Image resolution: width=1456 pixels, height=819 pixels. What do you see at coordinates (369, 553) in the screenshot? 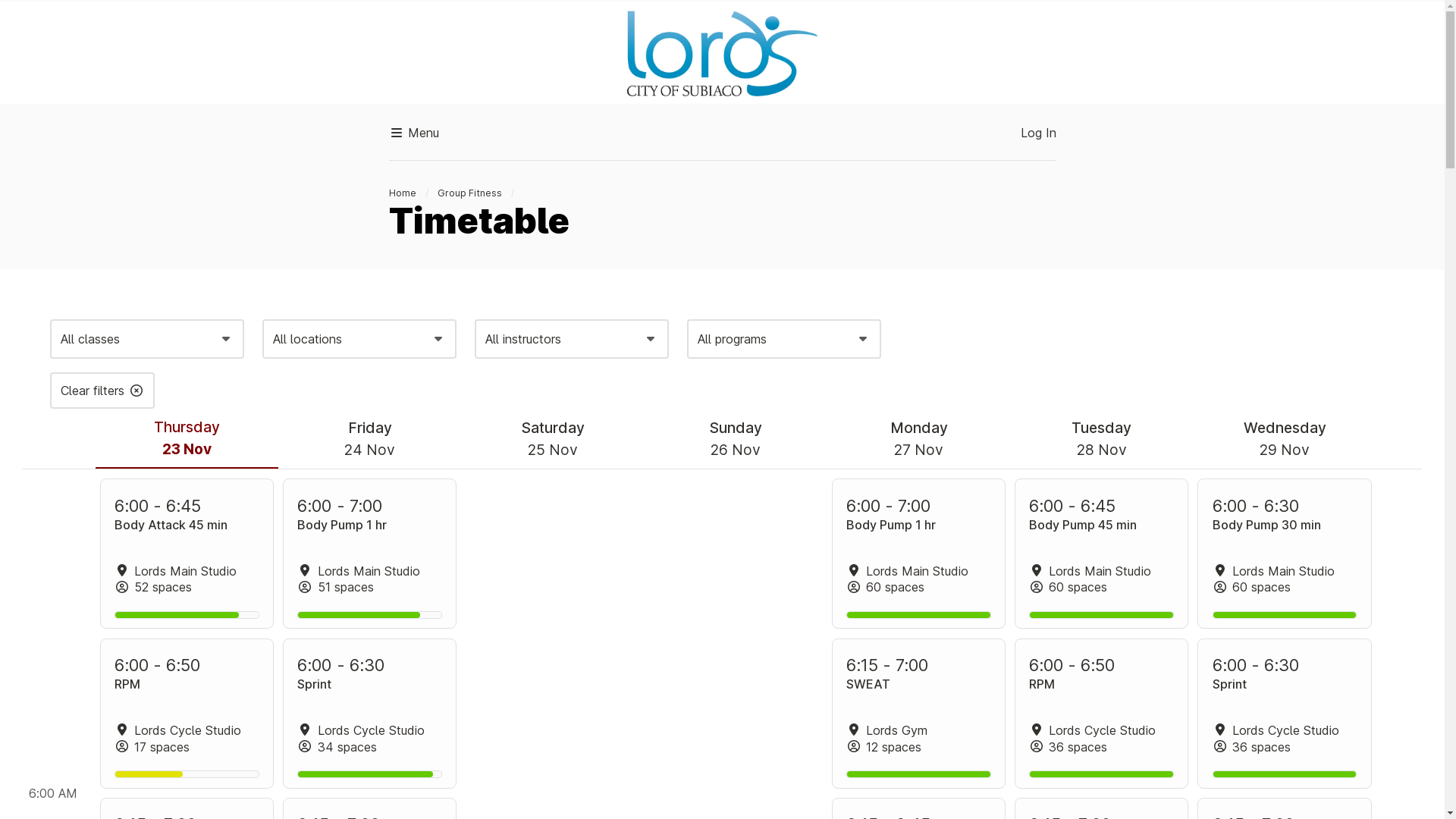
I see `'Body Pump 1 hr` at bounding box center [369, 553].